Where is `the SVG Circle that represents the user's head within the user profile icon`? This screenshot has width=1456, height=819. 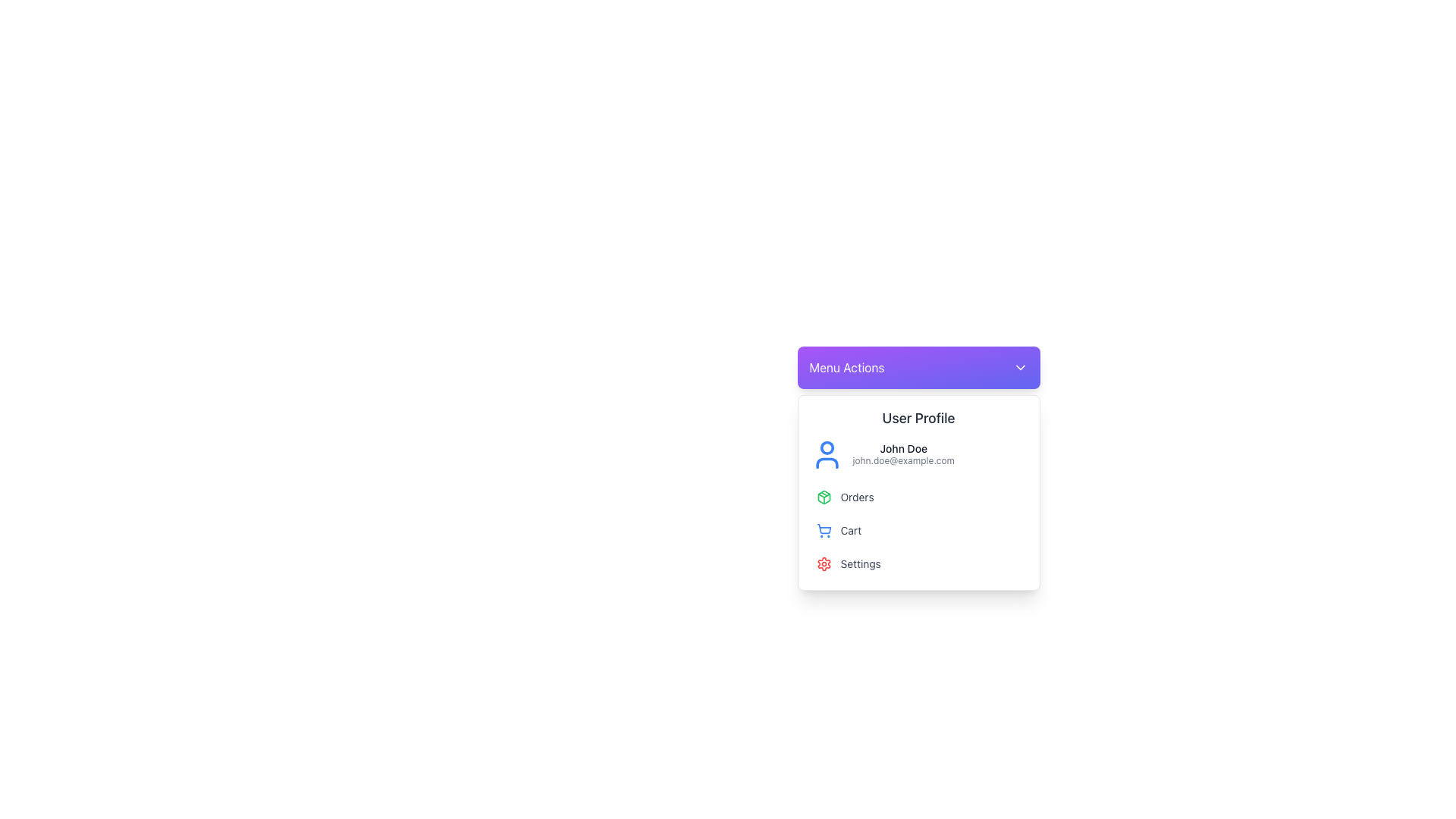 the SVG Circle that represents the user's head within the user profile icon is located at coordinates (826, 447).